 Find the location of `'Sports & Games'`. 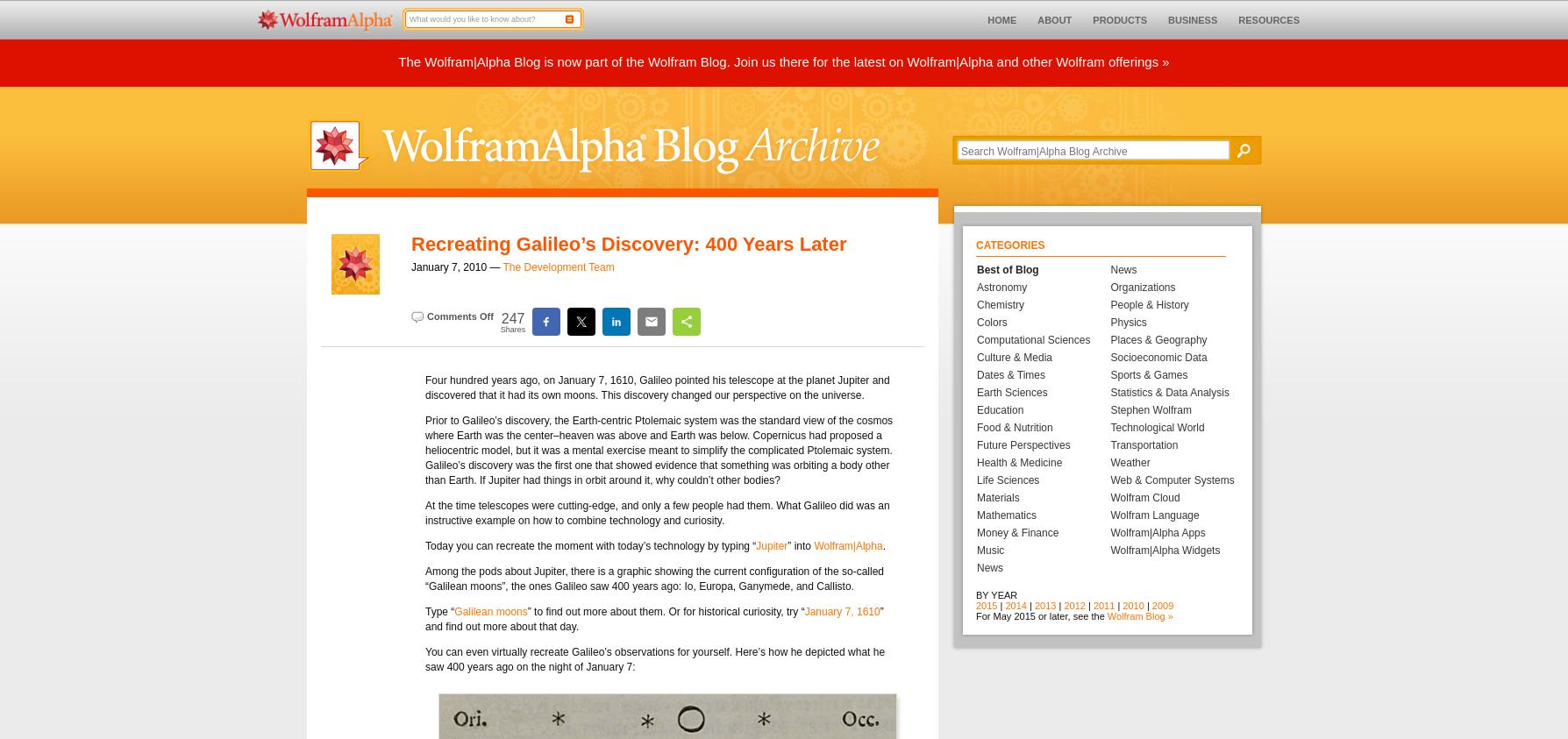

'Sports & Games' is located at coordinates (1109, 374).